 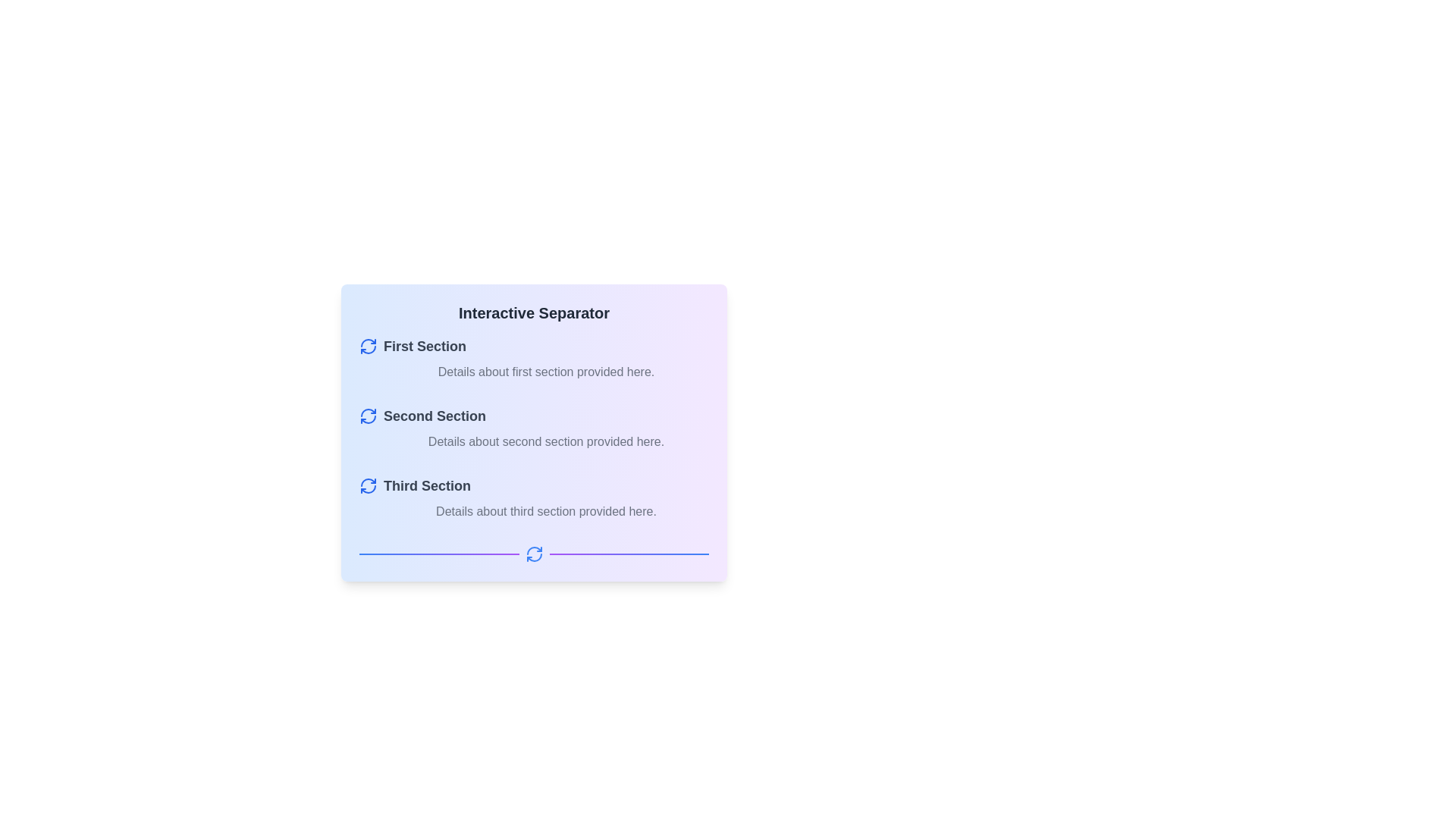 I want to click on the text label displaying 'Details about second section provided here.' which is styled in gray and aligned to the left, positioned below the 'Second Section' heading, so click(x=534, y=441).